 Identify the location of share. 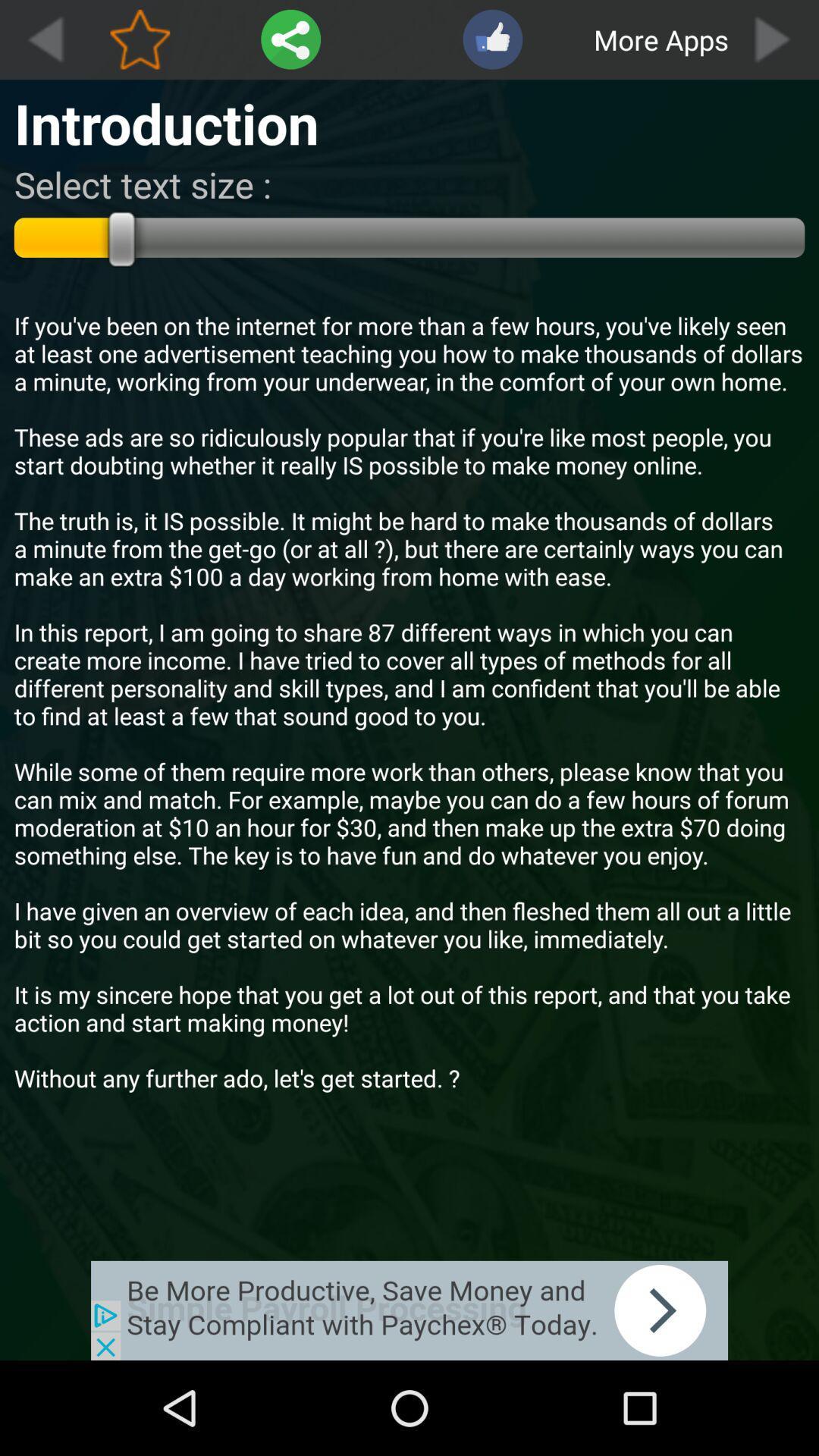
(290, 39).